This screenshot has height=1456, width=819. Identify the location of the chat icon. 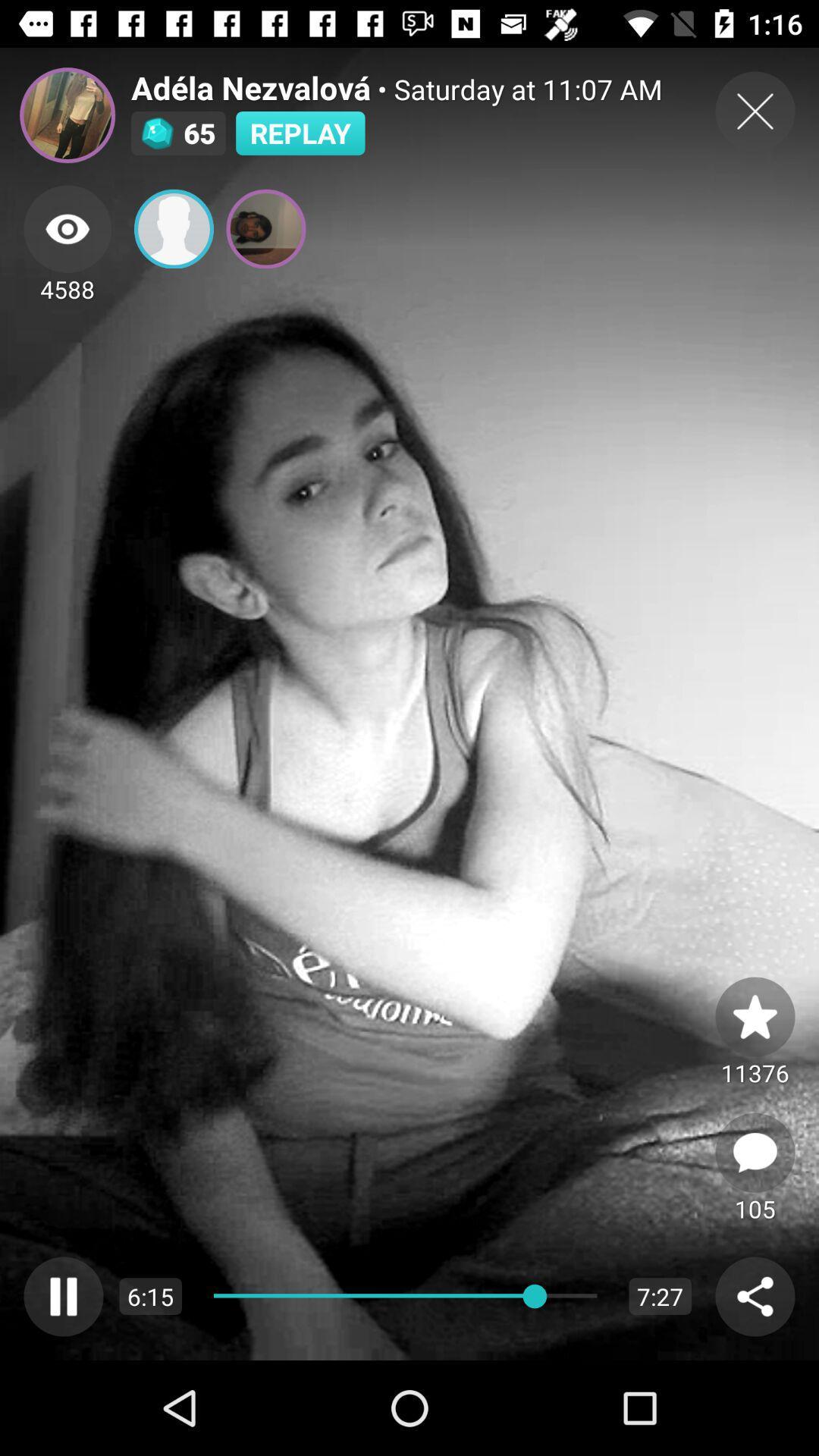
(755, 1153).